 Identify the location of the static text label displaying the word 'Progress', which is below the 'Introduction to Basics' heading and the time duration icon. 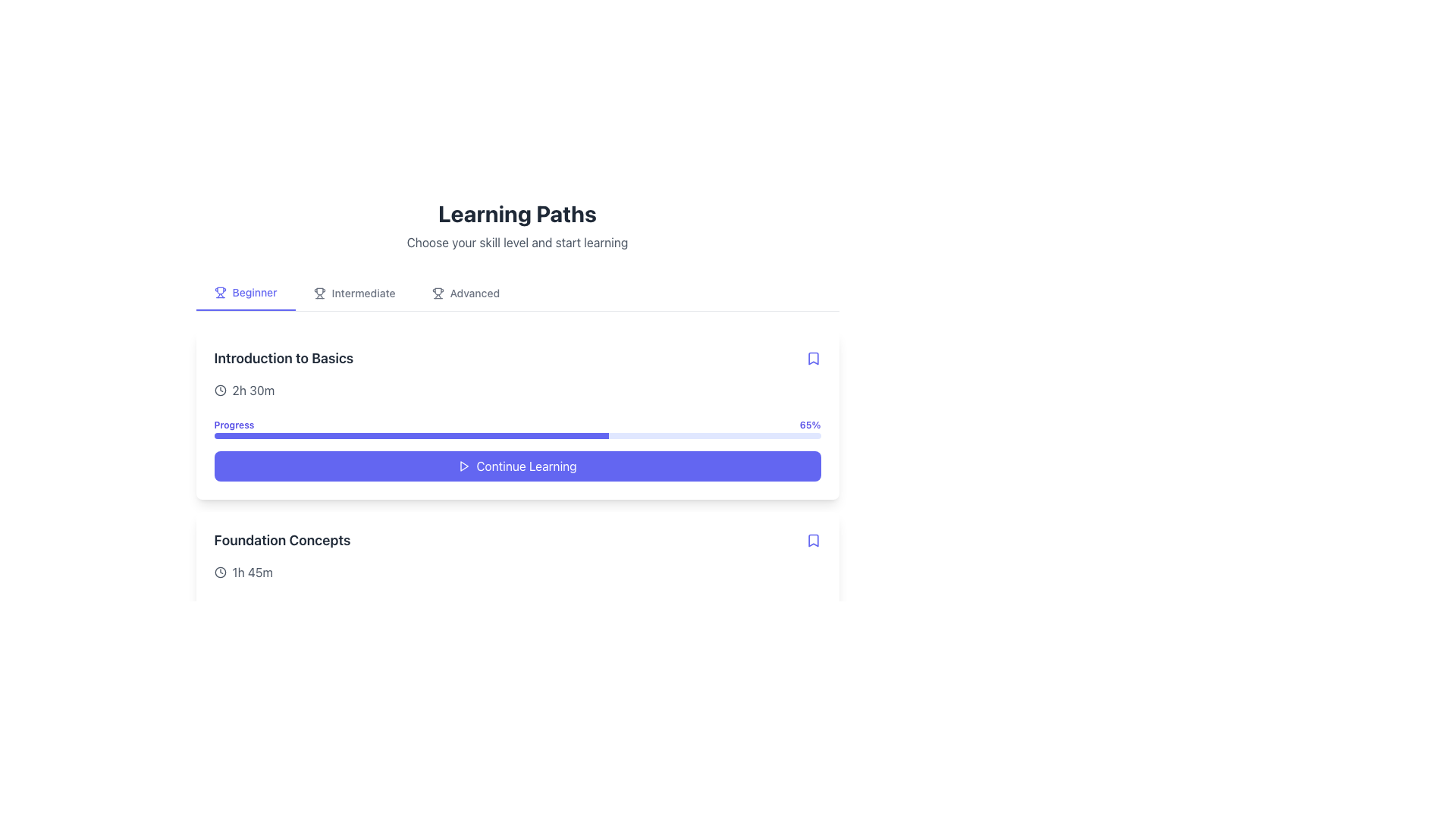
(233, 425).